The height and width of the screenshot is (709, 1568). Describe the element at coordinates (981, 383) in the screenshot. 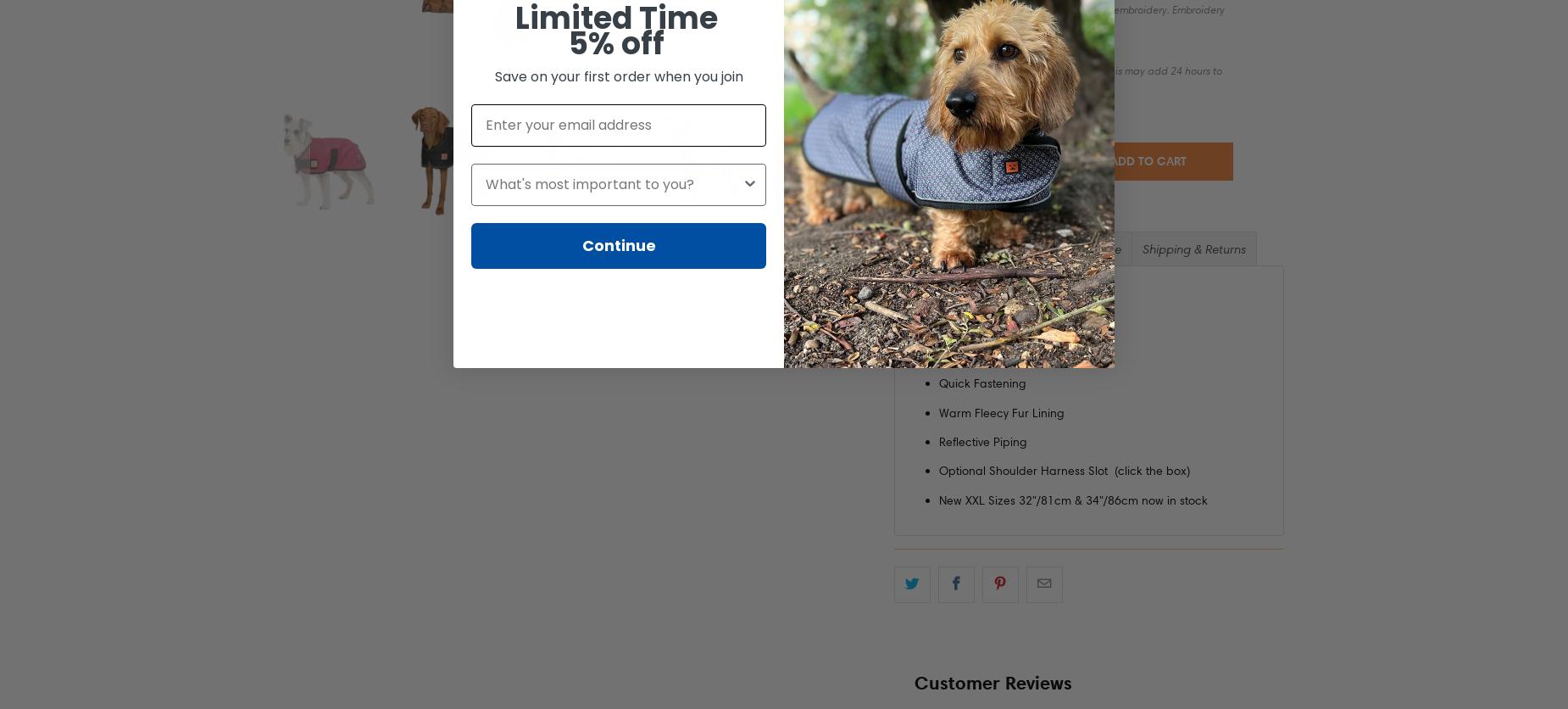

I see `'Quick Fastening'` at that location.